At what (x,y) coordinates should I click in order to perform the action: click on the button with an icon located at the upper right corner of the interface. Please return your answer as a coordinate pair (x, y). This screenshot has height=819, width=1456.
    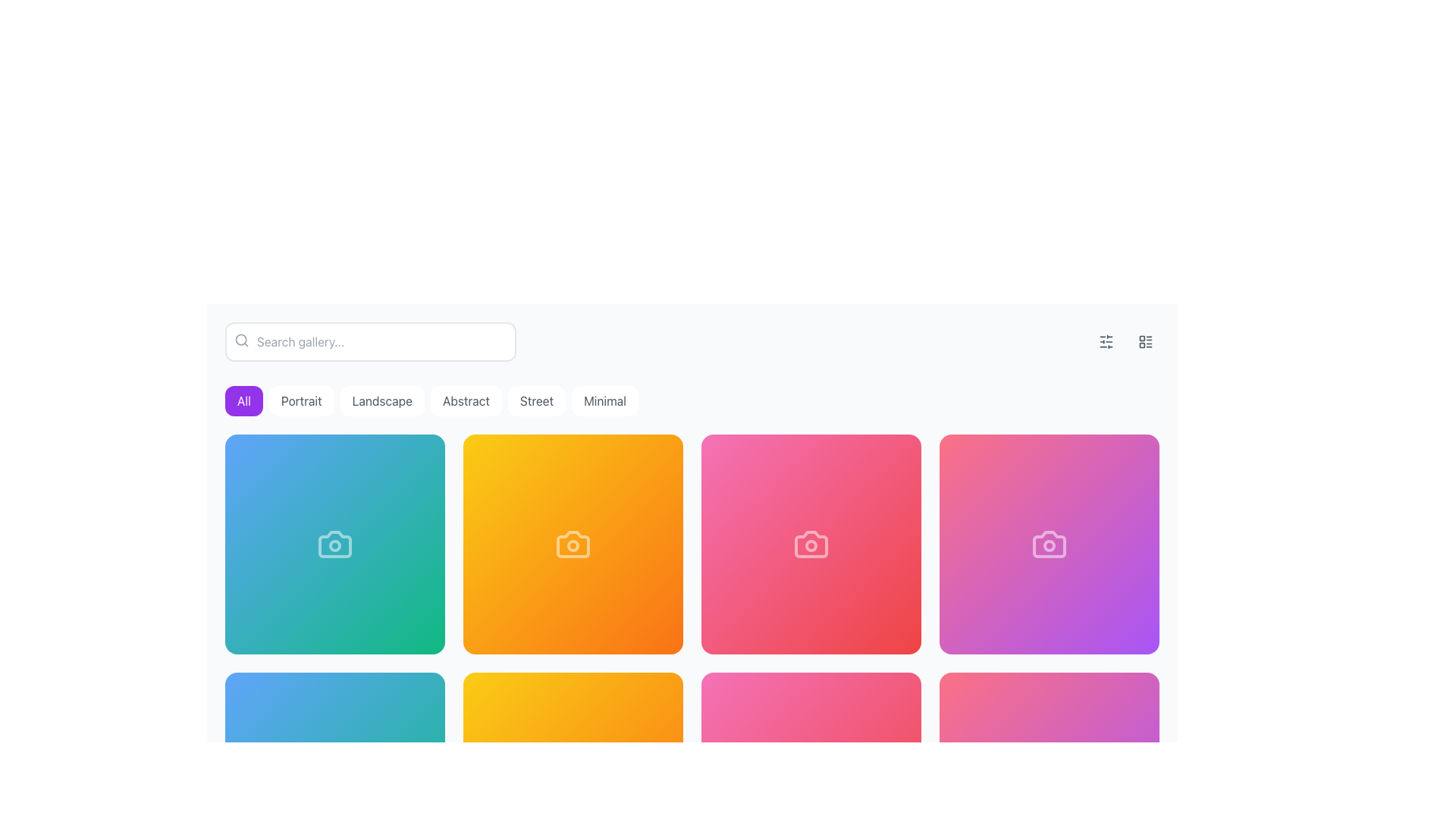
    Looking at the image, I should click on (1146, 342).